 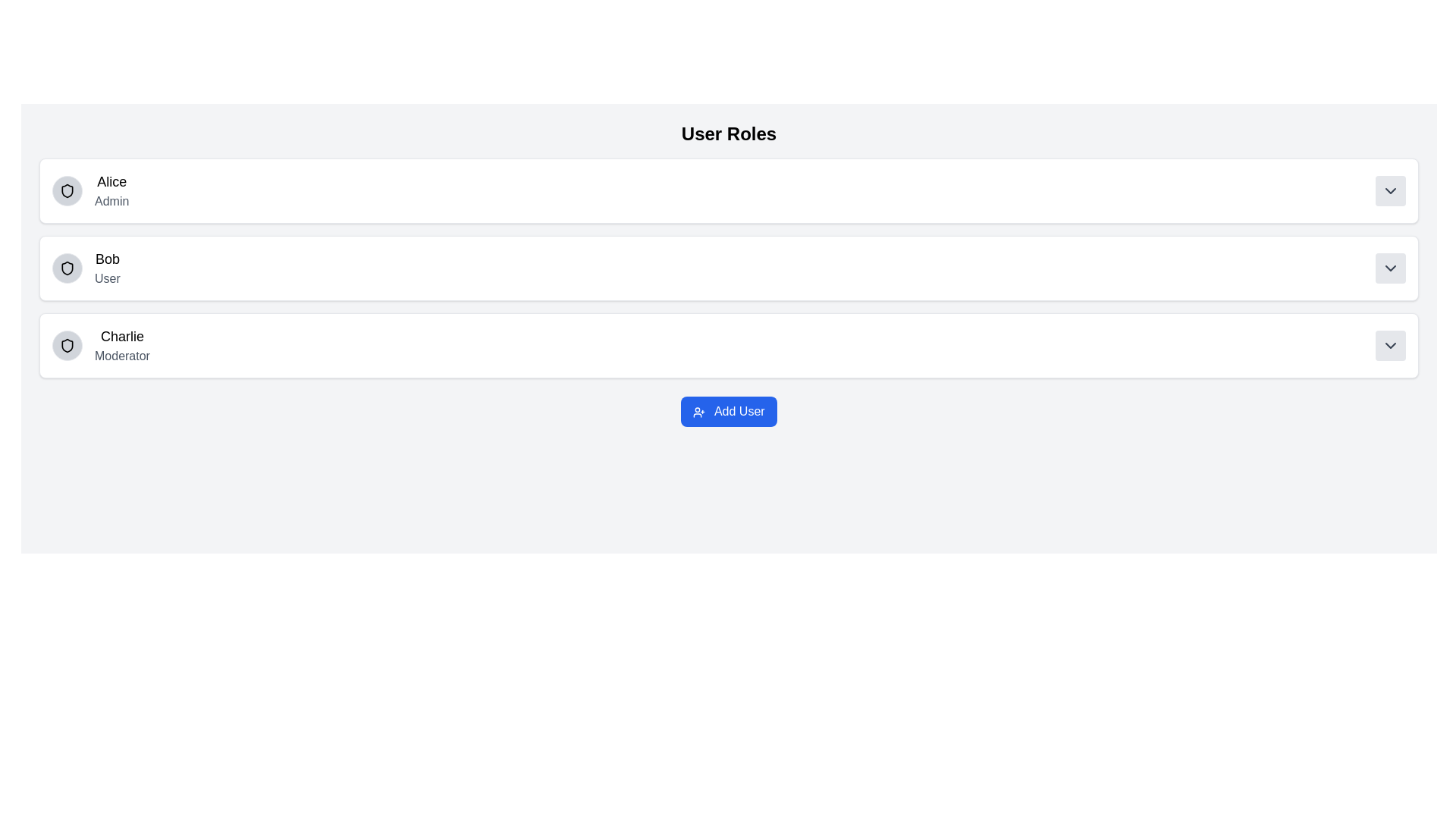 I want to click on the security icon located at the beginning of the user list items, adjacent to the user names and above their roles, so click(x=67, y=268).